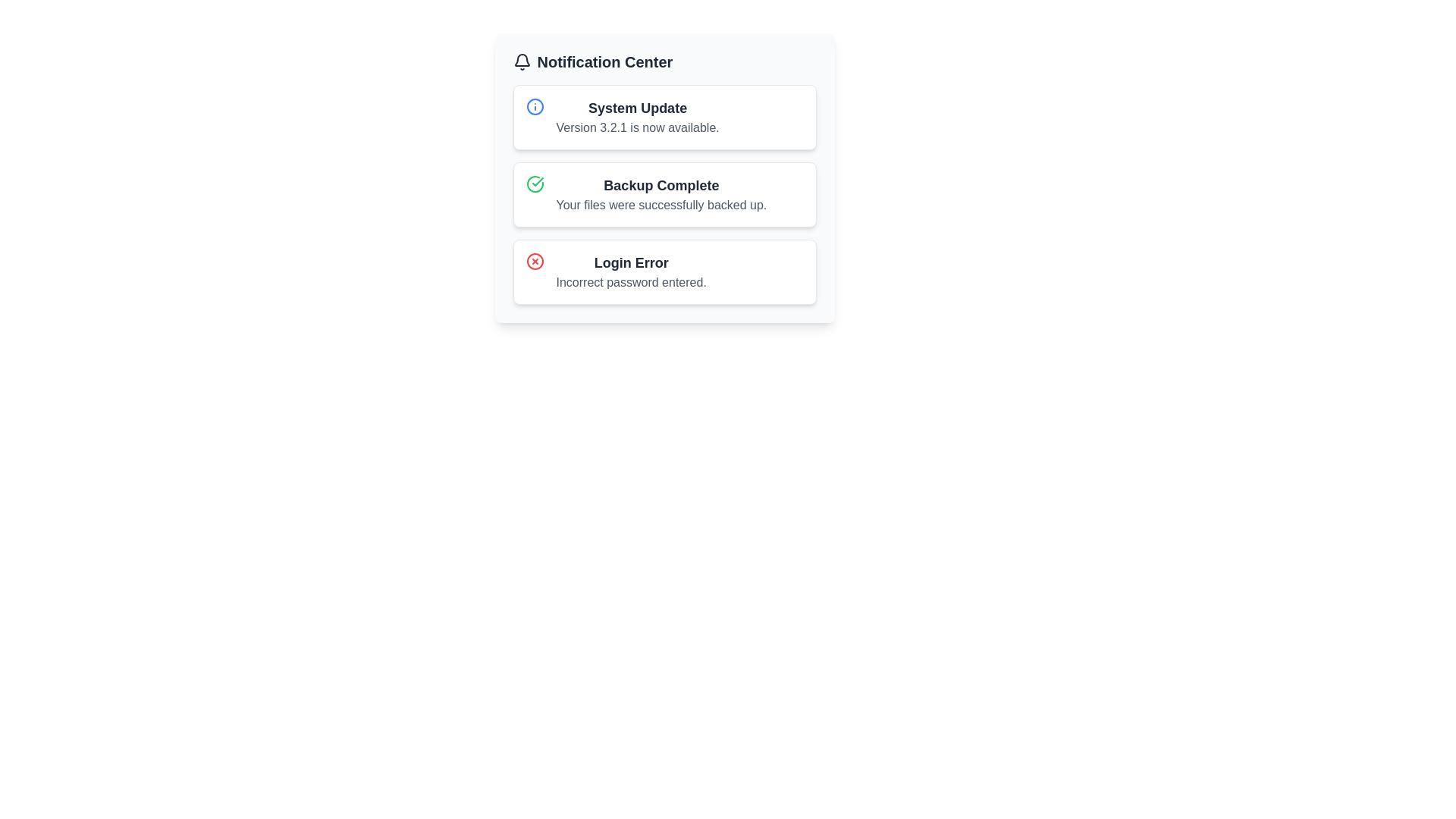  I want to click on the 'System Update' notification at the top of the Notification Center, which states 'Version 3.2.1 is now available.', so click(638, 116).